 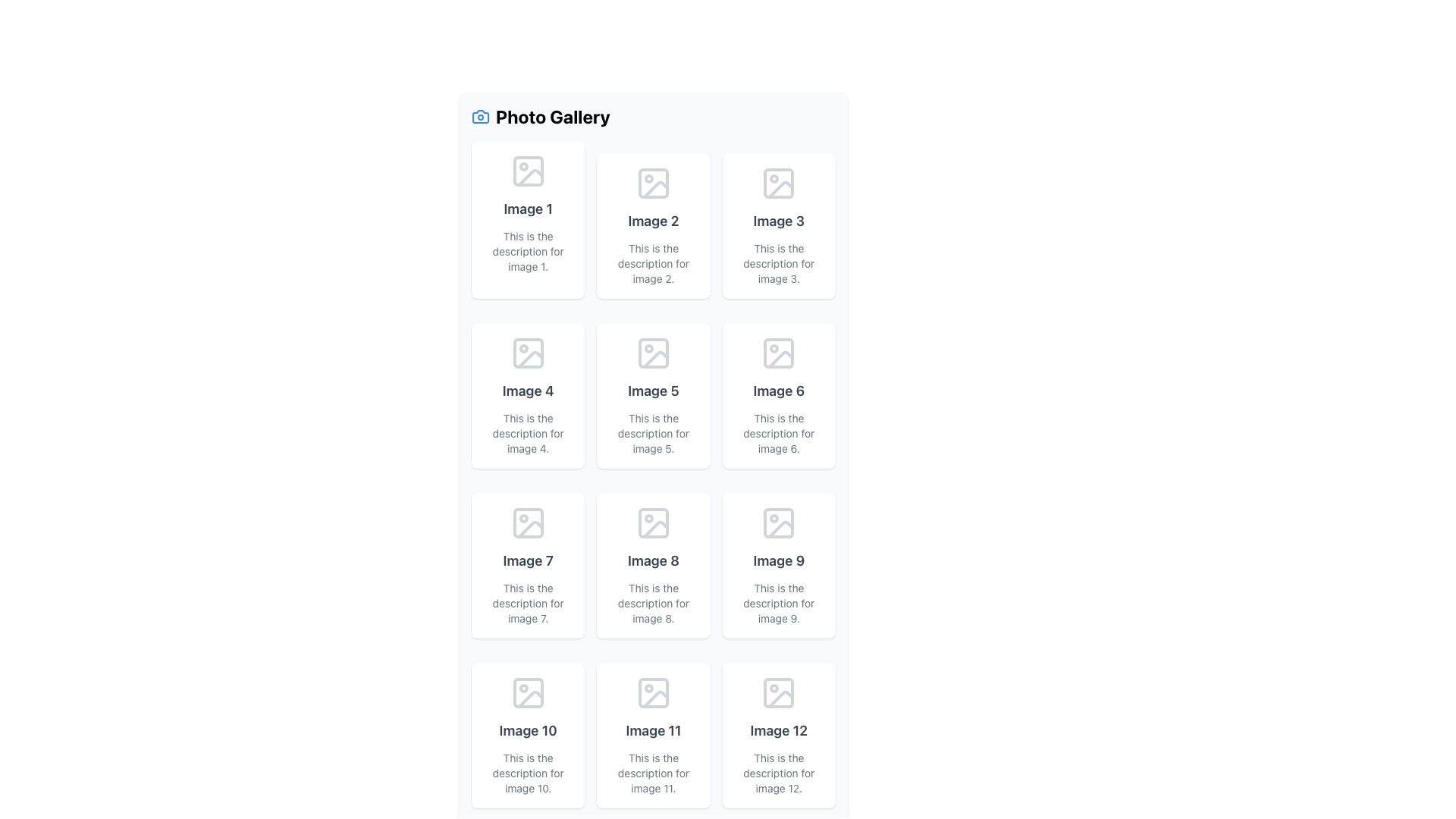 I want to click on the decorative graphical component that indicates a specific state or feature related to the image placeholder for 'Image 6' in the third column of the second row of the grid layout, so click(x=779, y=353).